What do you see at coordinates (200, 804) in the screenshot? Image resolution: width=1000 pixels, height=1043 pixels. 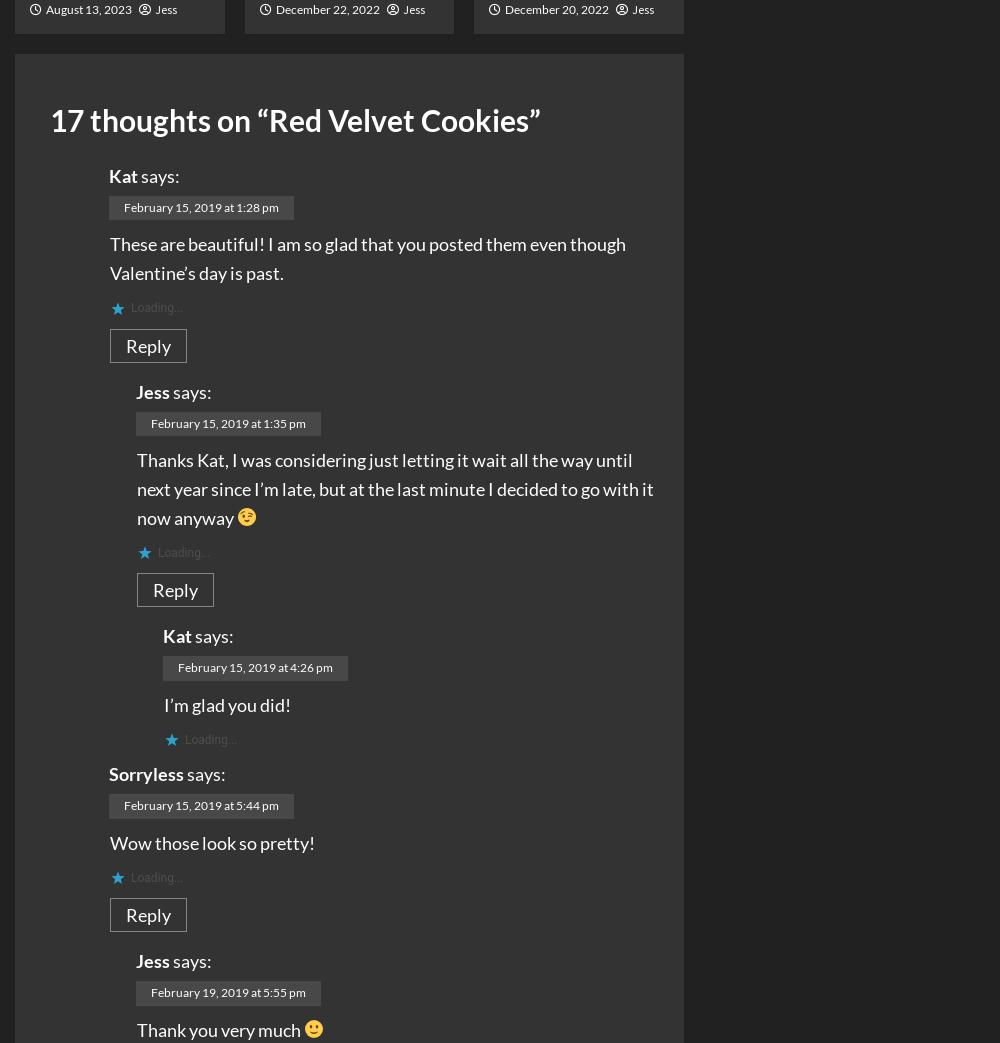 I see `'February 15, 2019 at 5:44 pm'` at bounding box center [200, 804].